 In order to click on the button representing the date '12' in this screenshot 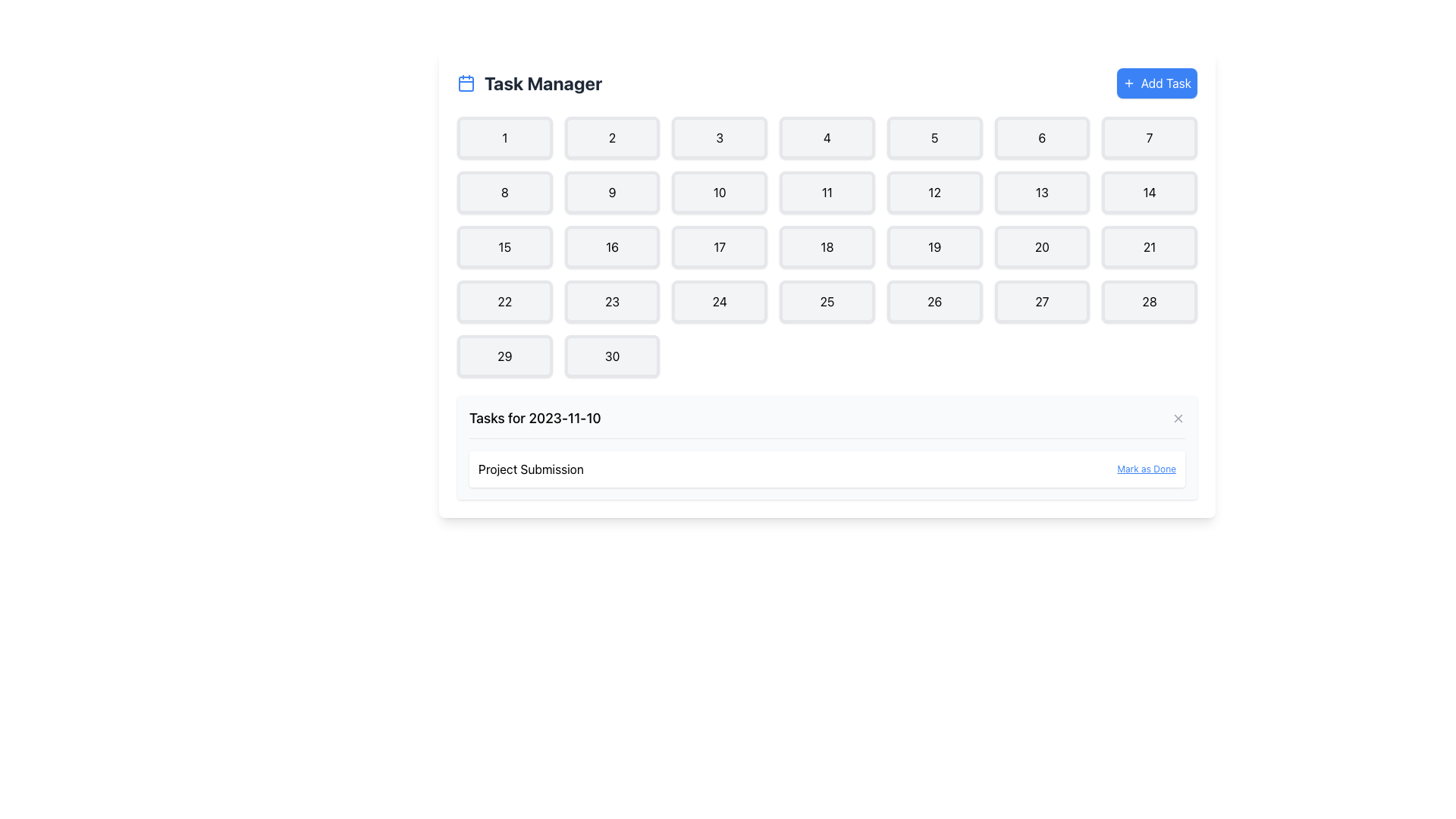, I will do `click(934, 192)`.